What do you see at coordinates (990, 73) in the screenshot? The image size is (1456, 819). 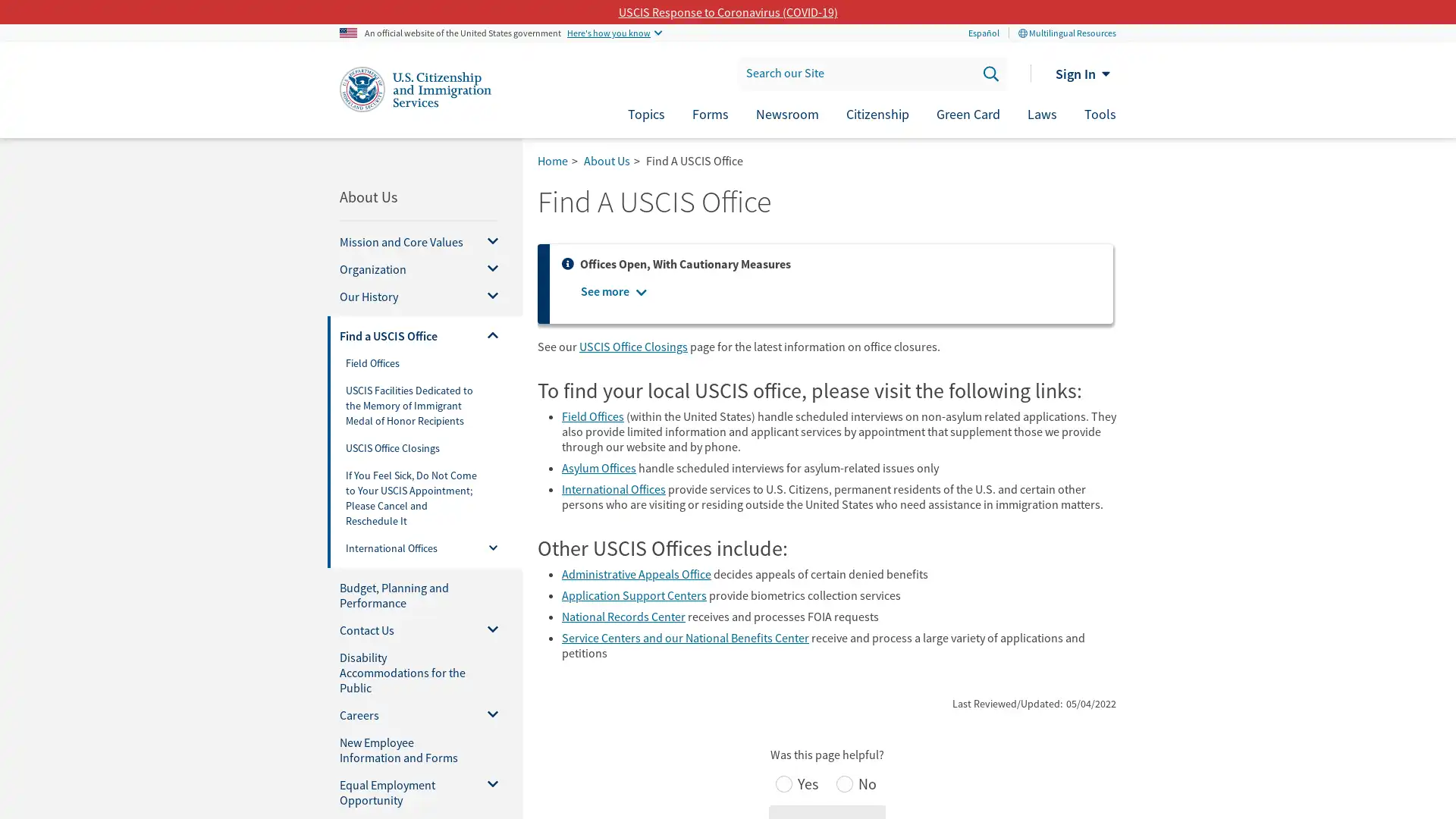 I see `Search` at bounding box center [990, 73].